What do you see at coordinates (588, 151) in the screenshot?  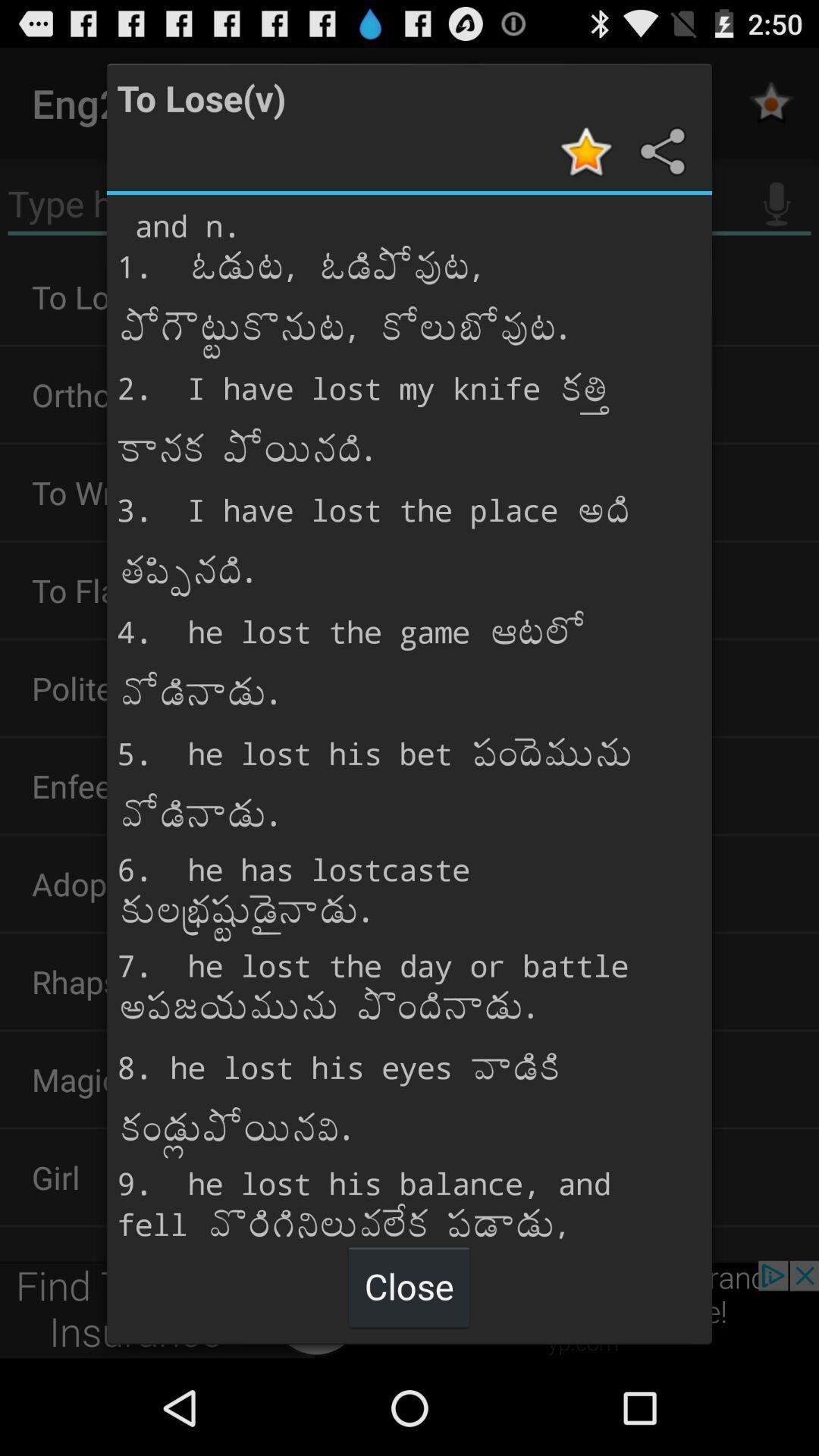 I see `to favorites` at bounding box center [588, 151].